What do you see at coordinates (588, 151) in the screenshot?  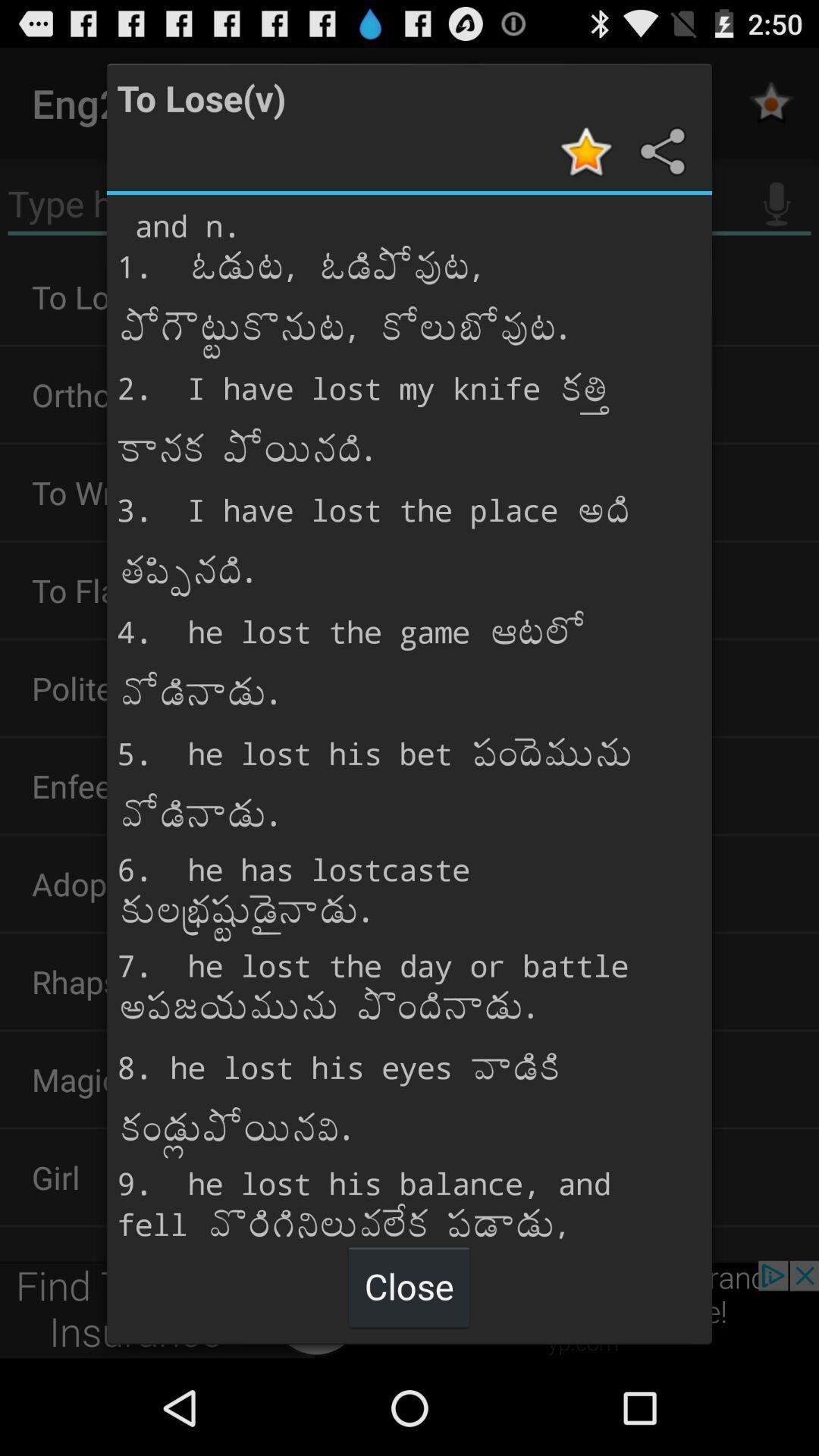 I see `to favorites` at bounding box center [588, 151].